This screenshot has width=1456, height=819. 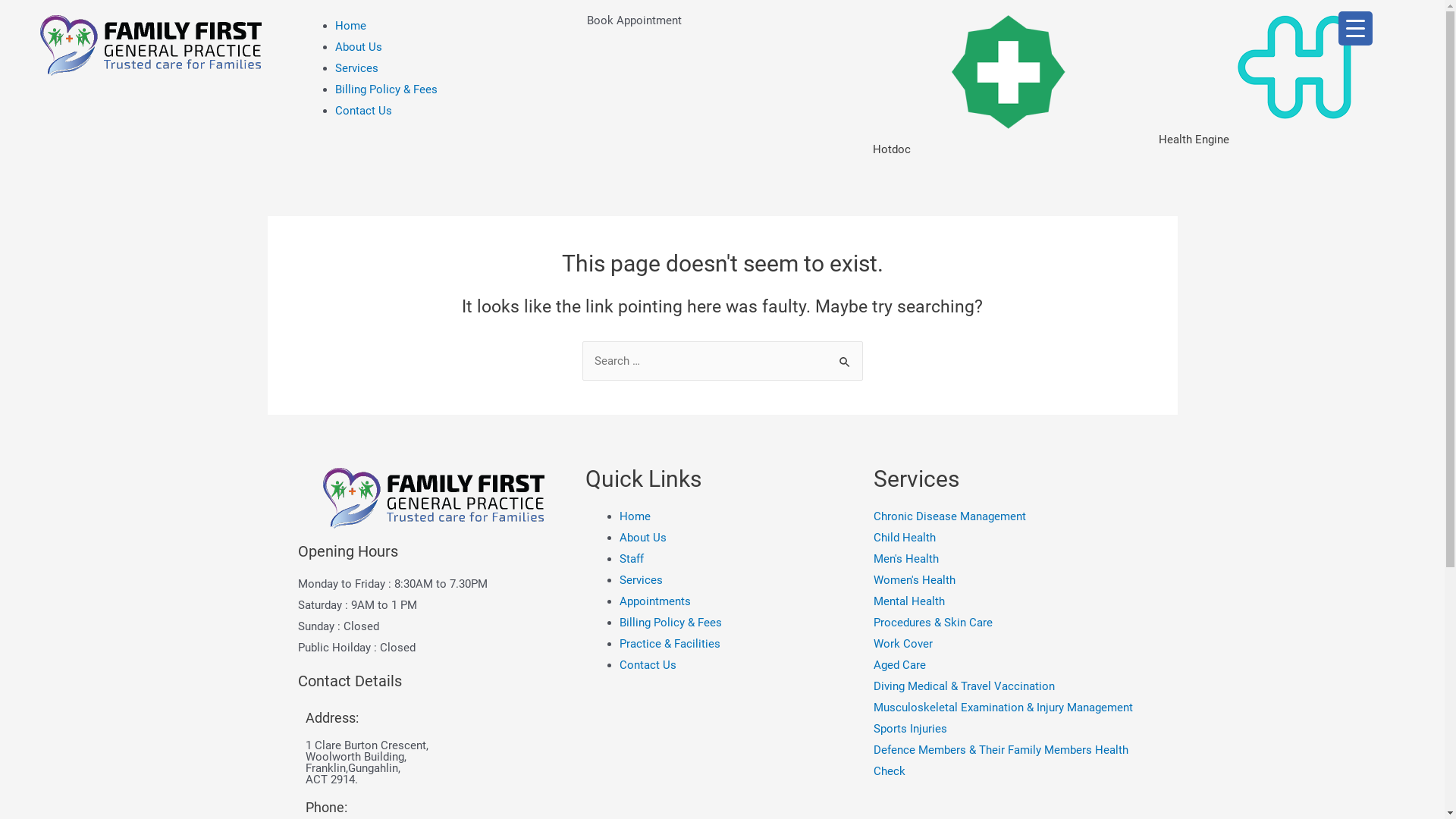 What do you see at coordinates (655, 601) in the screenshot?
I see `'Appointments'` at bounding box center [655, 601].